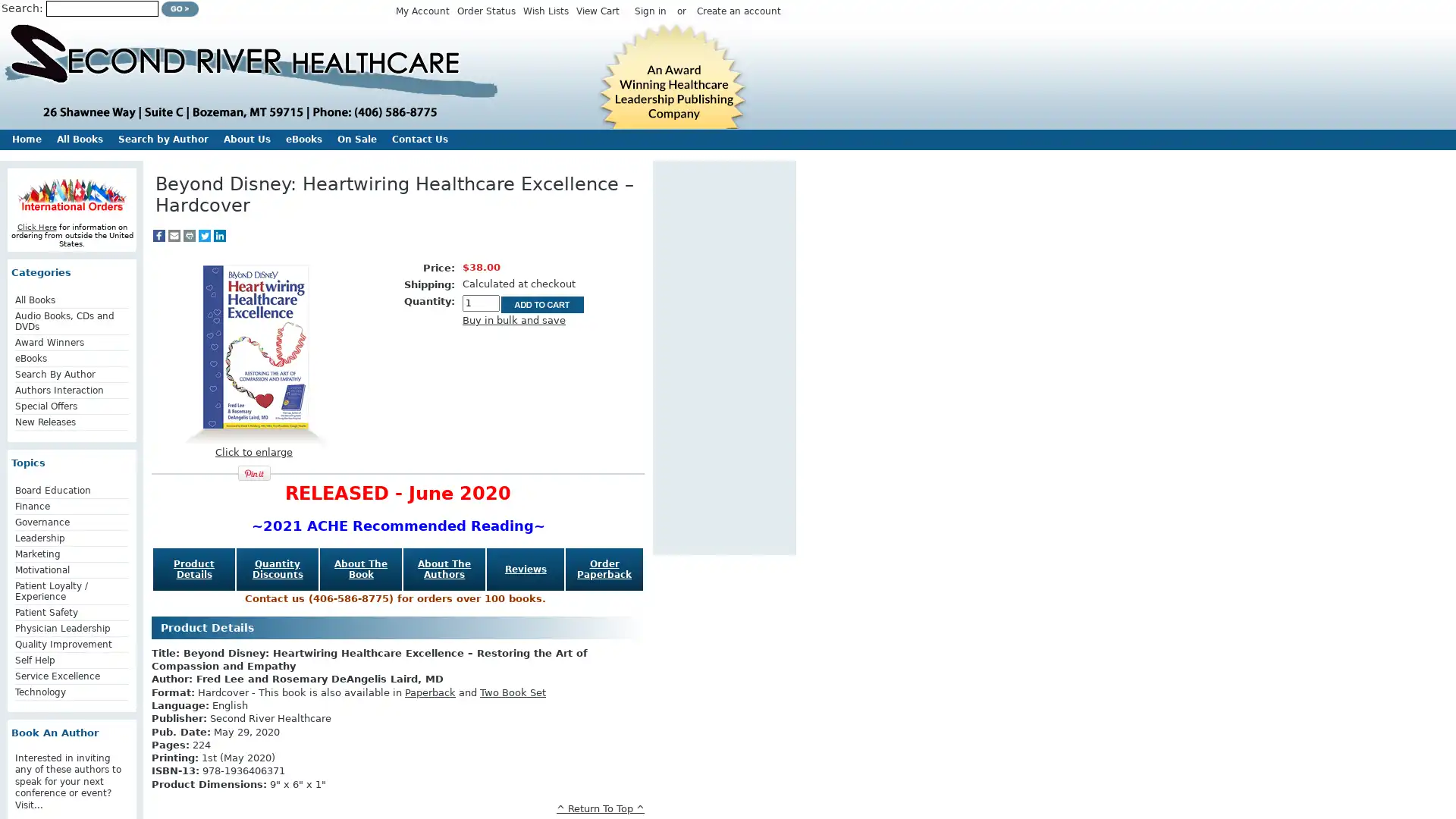 The image size is (1456, 819). What do you see at coordinates (180, 8) in the screenshot?
I see `Submit` at bounding box center [180, 8].